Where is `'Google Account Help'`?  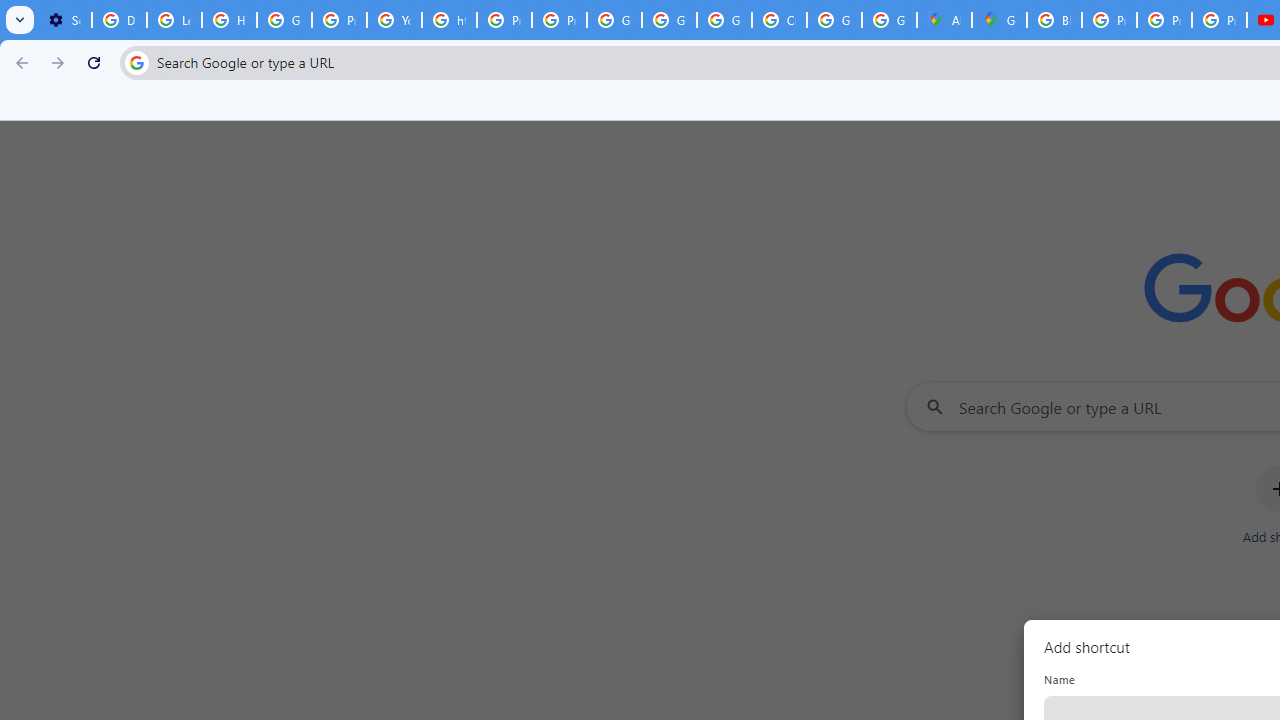
'Google Account Help' is located at coordinates (283, 20).